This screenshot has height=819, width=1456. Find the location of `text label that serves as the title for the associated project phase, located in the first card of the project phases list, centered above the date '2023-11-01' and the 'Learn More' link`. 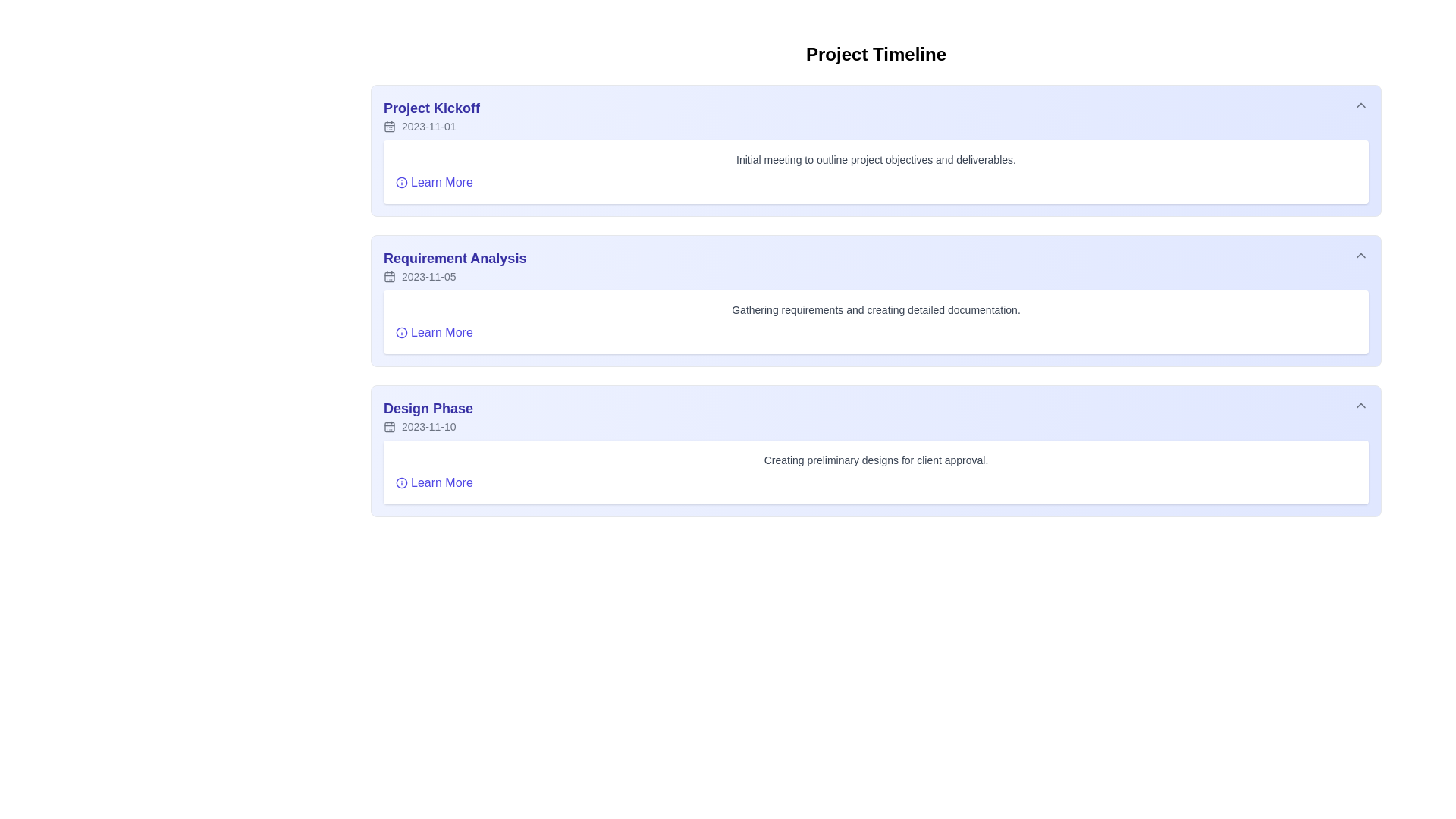

text label that serves as the title for the associated project phase, located in the first card of the project phases list, centered above the date '2023-11-01' and the 'Learn More' link is located at coordinates (431, 107).